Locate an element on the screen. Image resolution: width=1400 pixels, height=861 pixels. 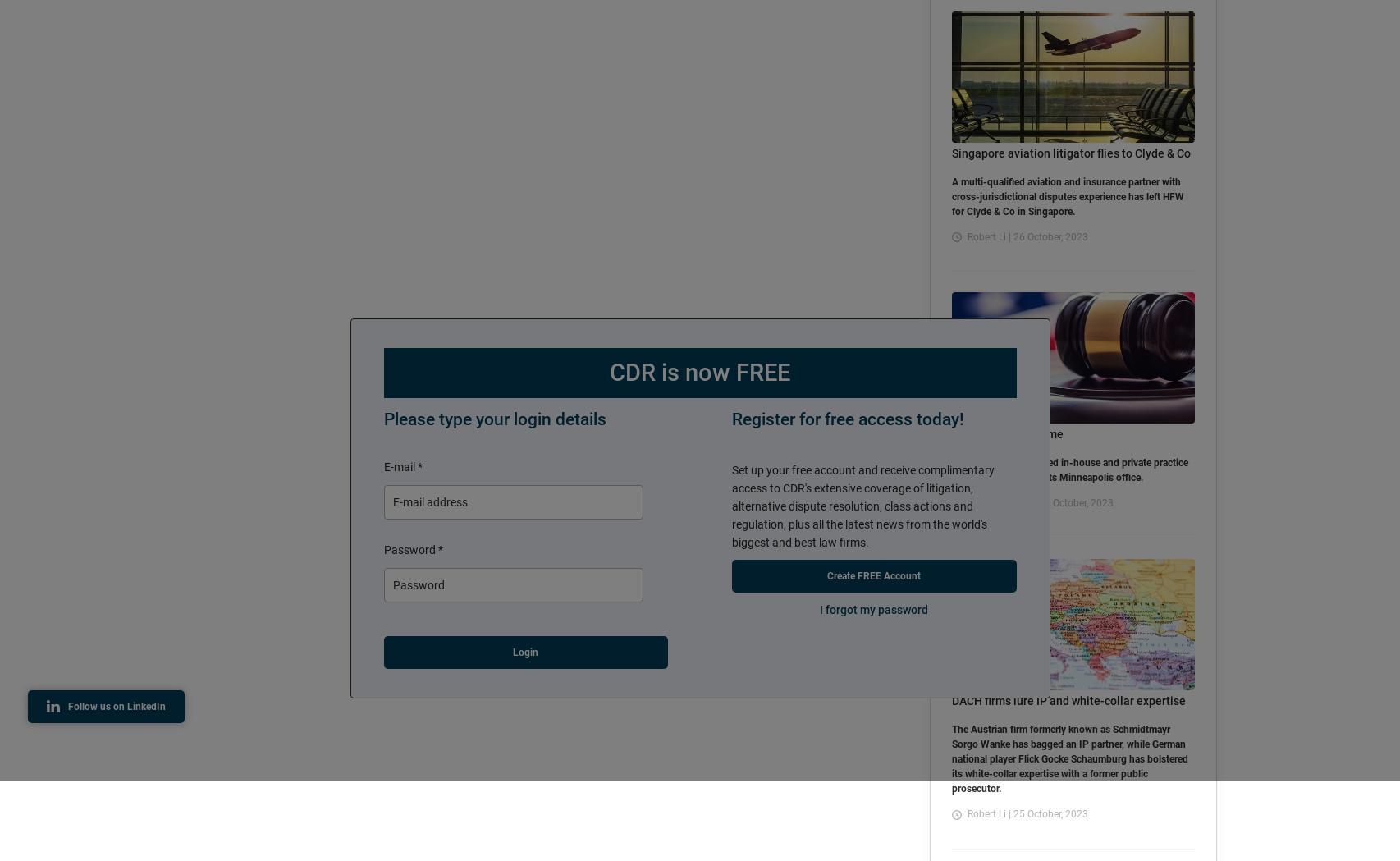
'The Austrian firm formerly known as Schmidtmayr Sorgo Wanke has bagged an IP partner, while German national player Flick Gocke Schaumburg has bolstered its white-collar expertise with a former public prosecutor.' is located at coordinates (1069, 758).